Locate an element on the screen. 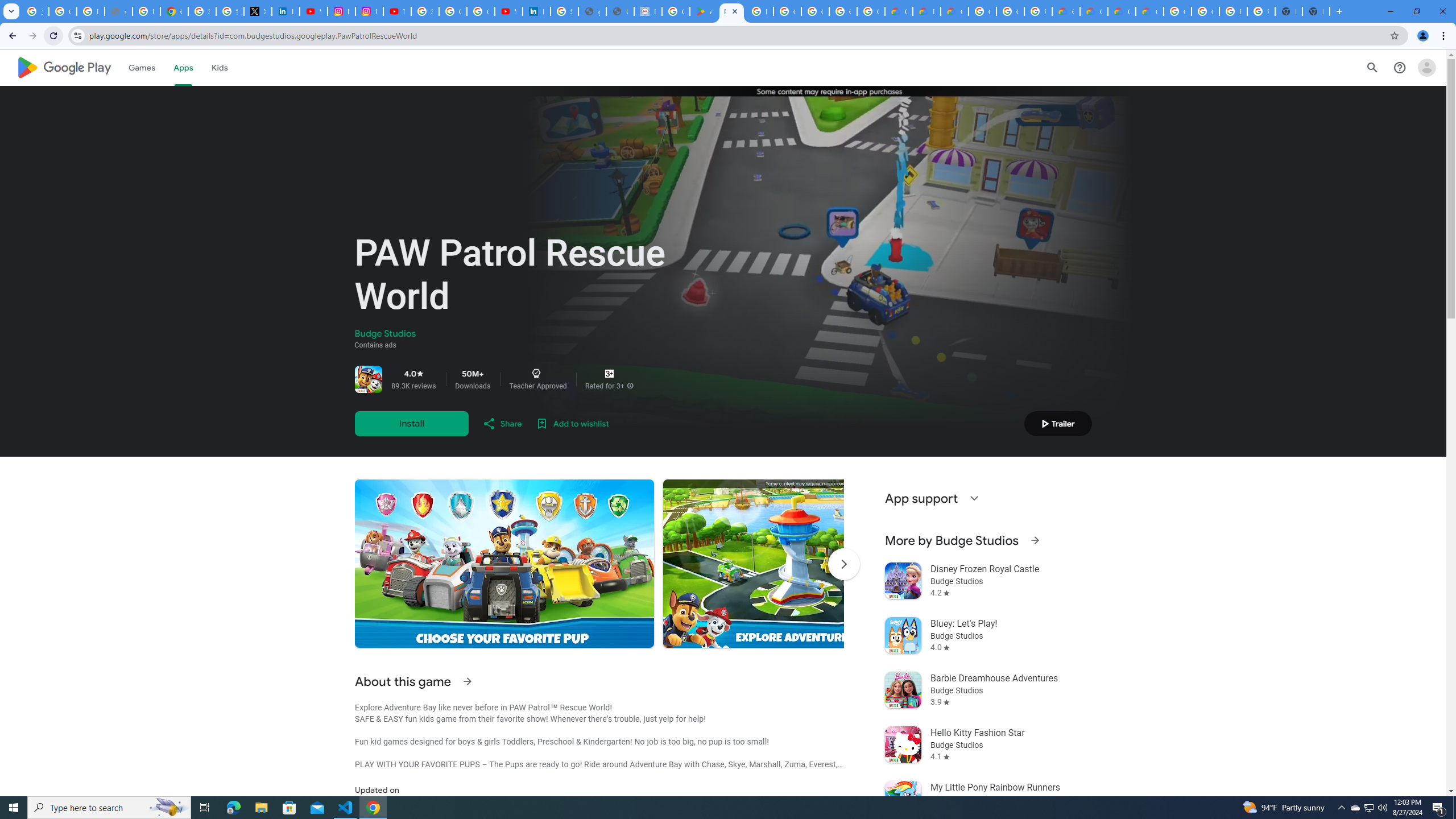  'Content rating' is located at coordinates (609, 373).